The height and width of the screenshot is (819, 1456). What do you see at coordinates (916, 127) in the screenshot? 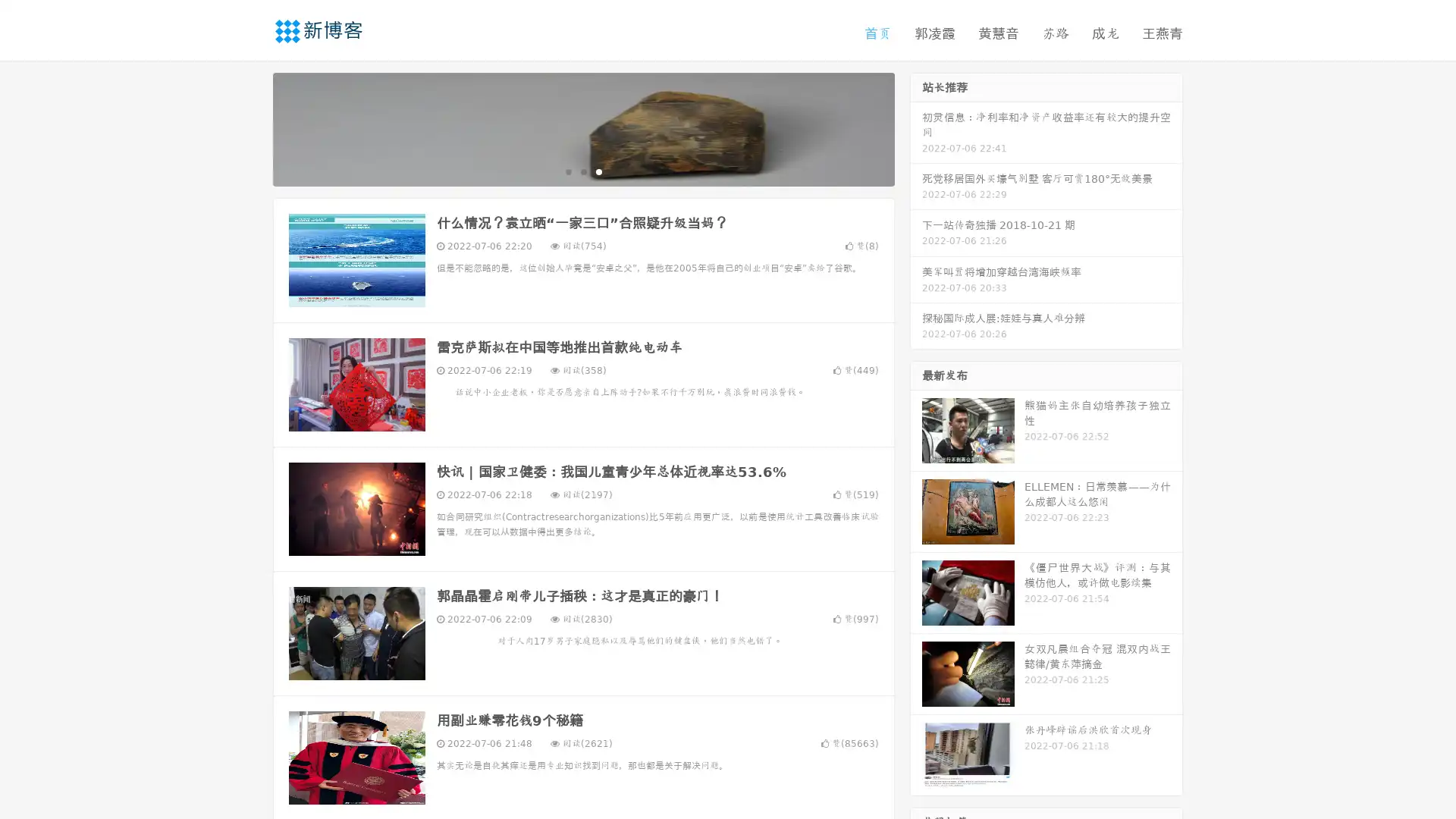
I see `Next slide` at bounding box center [916, 127].